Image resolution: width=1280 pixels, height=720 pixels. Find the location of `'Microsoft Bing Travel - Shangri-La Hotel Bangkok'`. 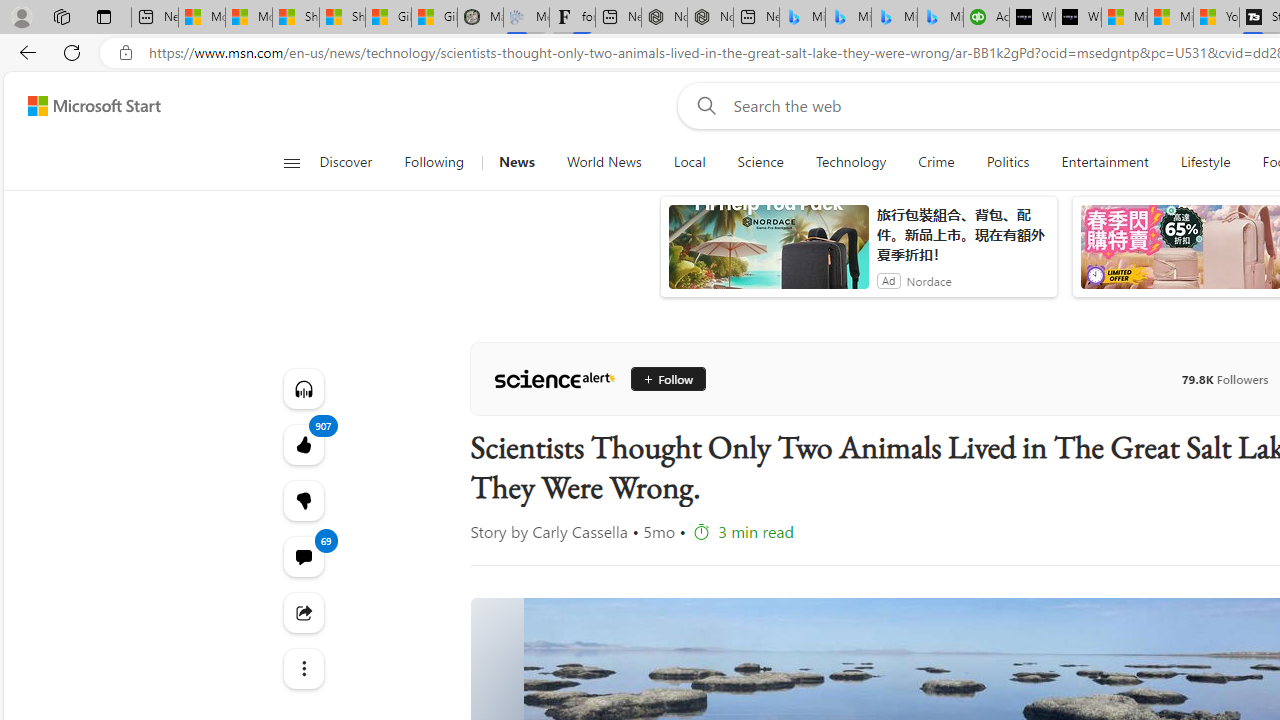

'Microsoft Bing Travel - Shangri-La Hotel Bangkok' is located at coordinates (939, 17).